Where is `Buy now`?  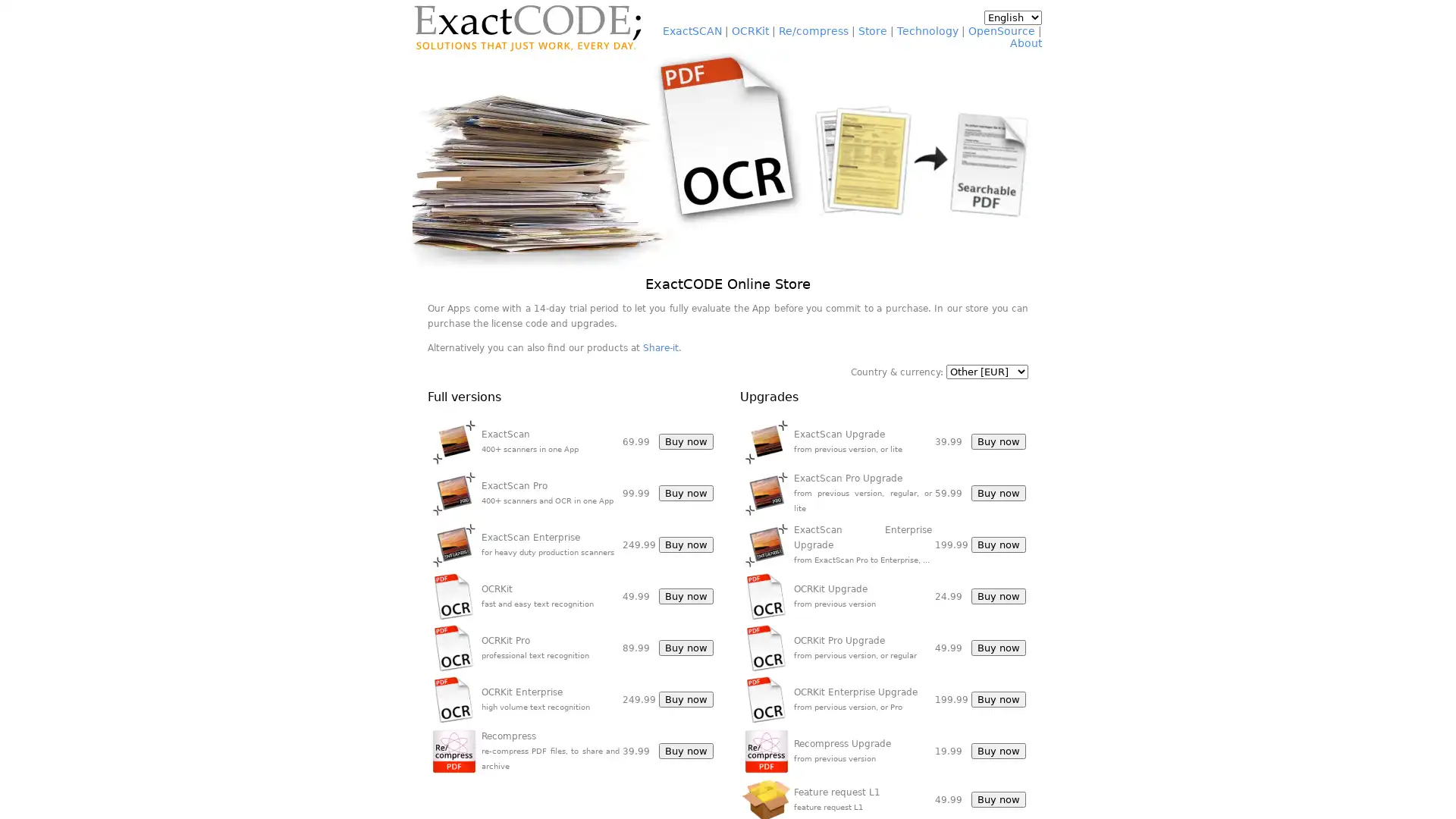 Buy now is located at coordinates (997, 699).